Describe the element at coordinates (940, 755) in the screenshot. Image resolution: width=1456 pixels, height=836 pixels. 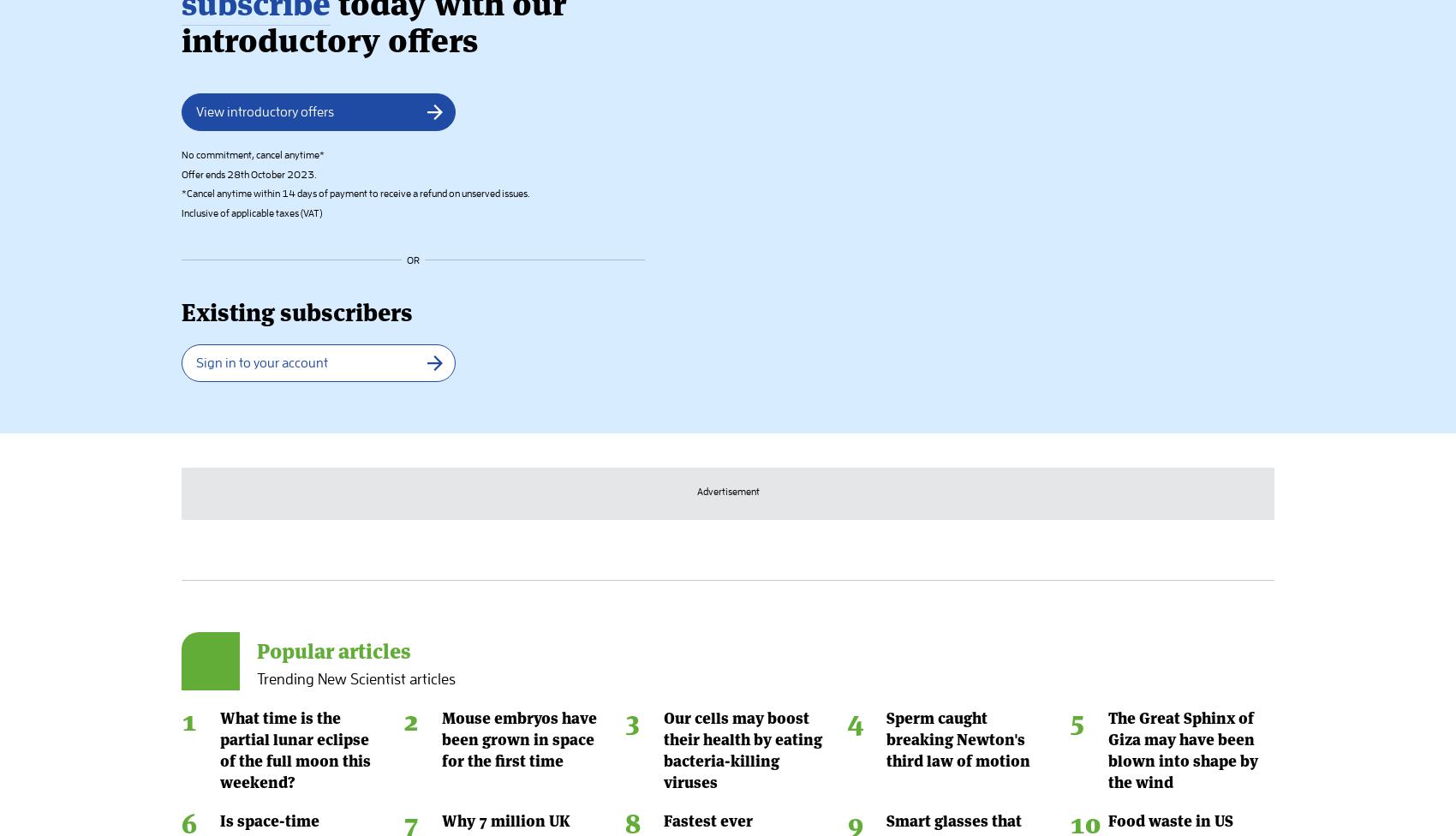
I see `'CoLab'` at that location.